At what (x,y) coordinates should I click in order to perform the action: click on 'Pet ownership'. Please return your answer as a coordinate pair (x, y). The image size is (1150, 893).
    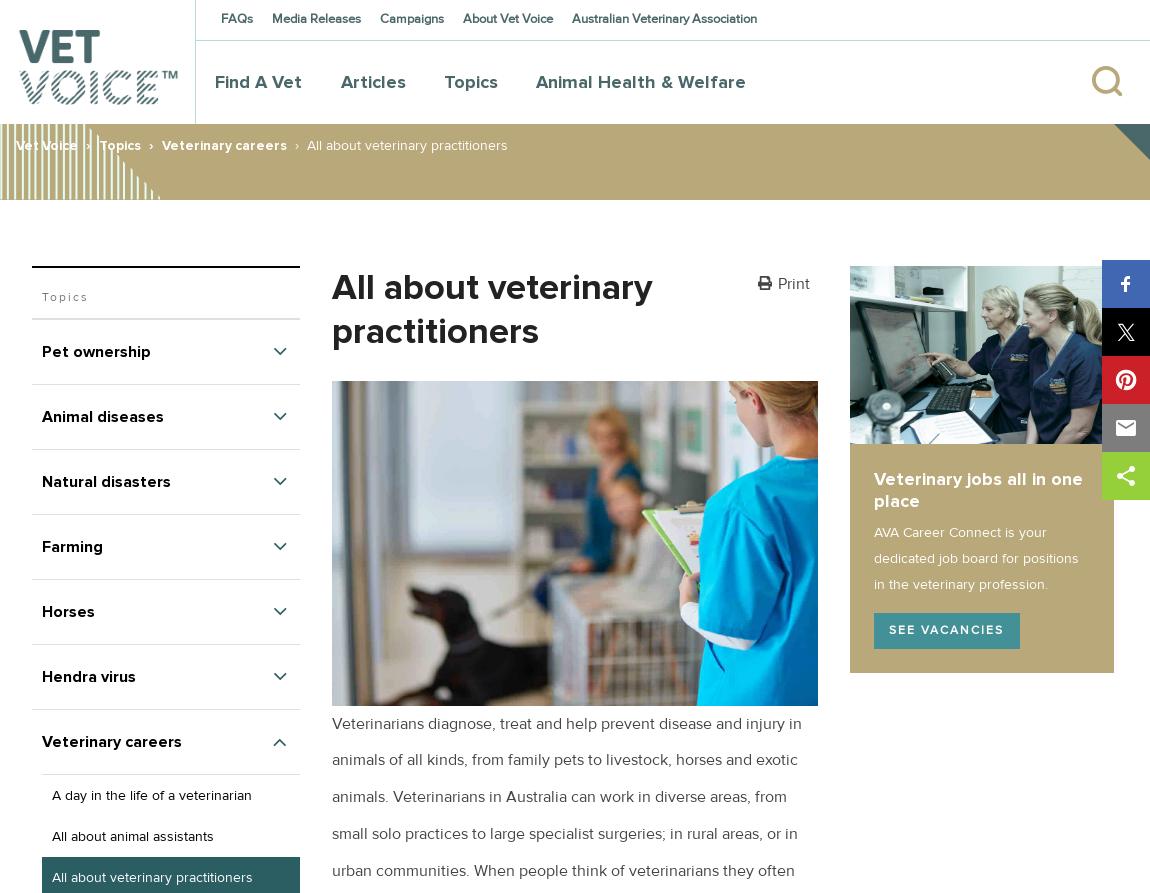
    Looking at the image, I should click on (95, 352).